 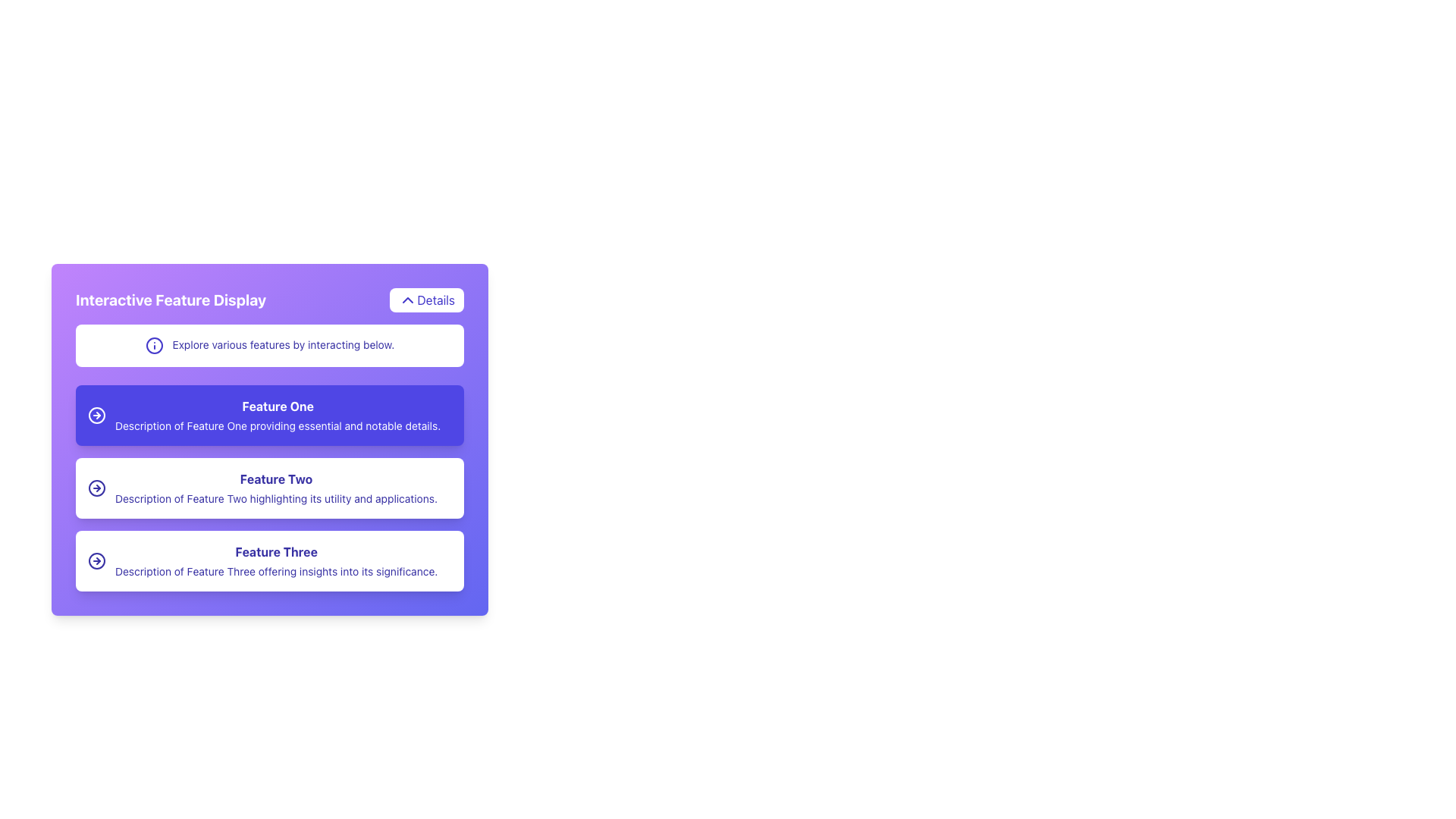 What do you see at coordinates (269, 561) in the screenshot?
I see `the third list item labeled 'Feature Three' containing an icon of a forward arrow and text describing its significance` at bounding box center [269, 561].